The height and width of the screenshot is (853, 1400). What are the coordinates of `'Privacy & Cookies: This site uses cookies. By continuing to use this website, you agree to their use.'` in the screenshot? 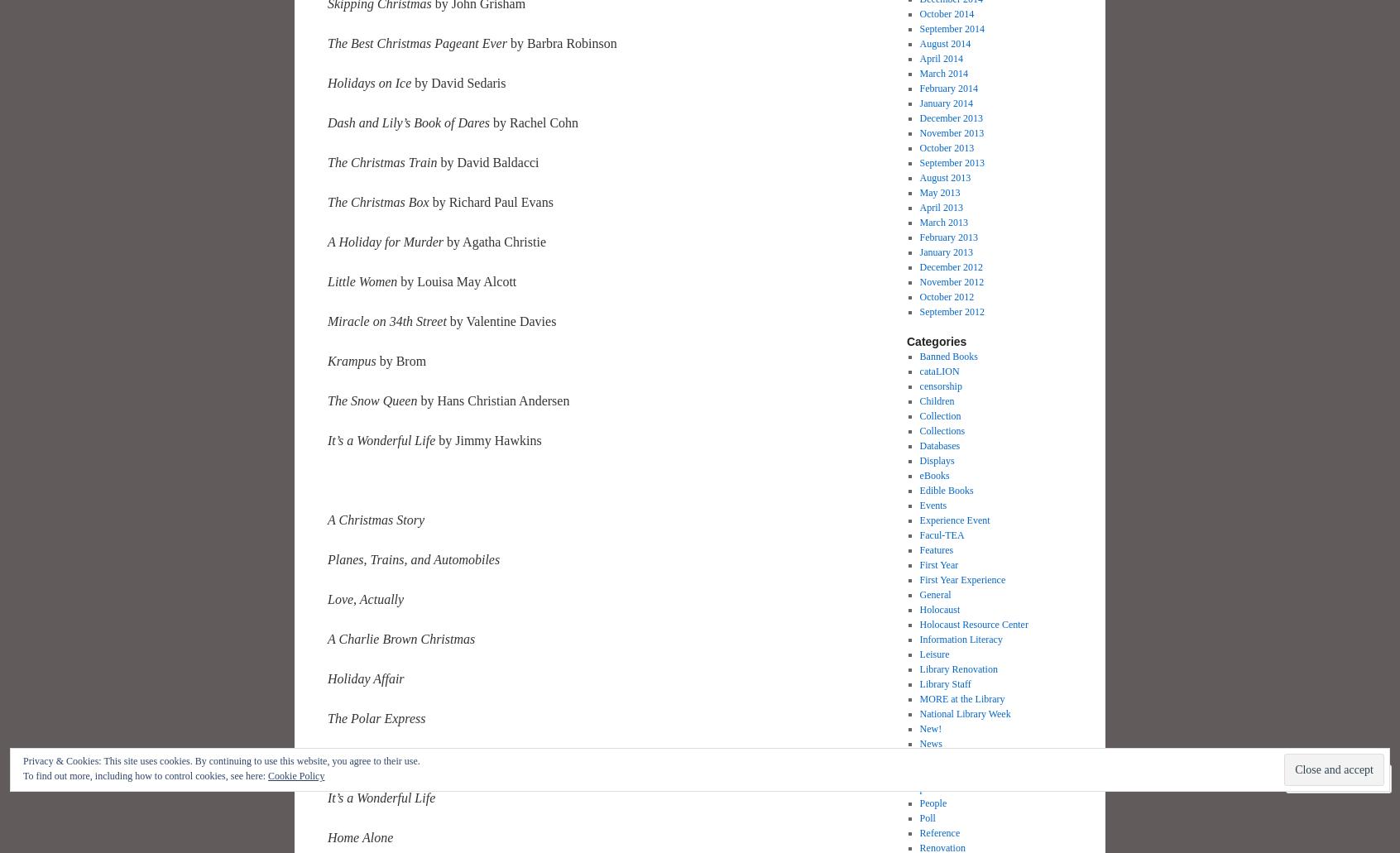 It's located at (221, 760).